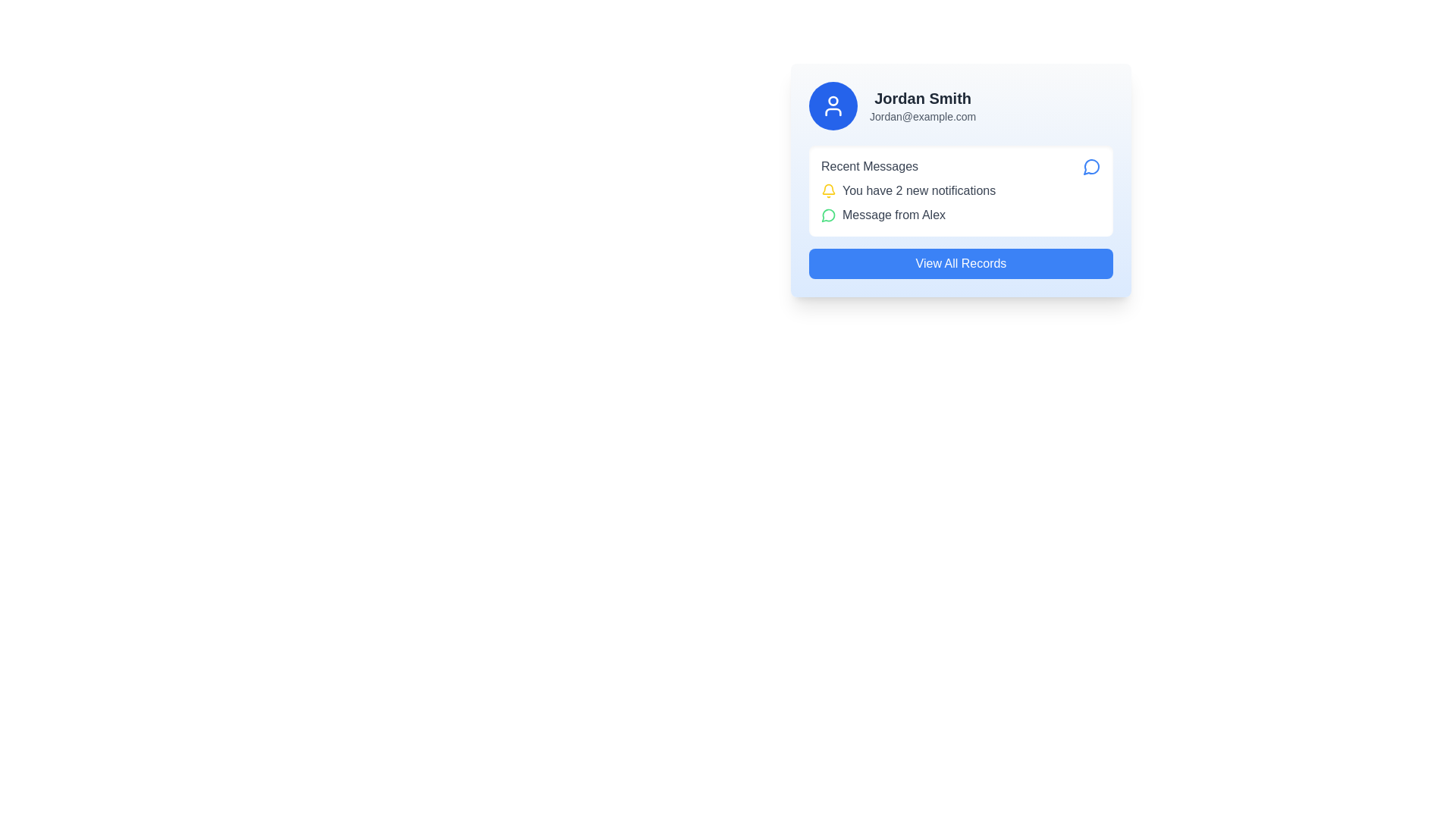 This screenshot has height=819, width=1456. I want to click on the notification label indicating that user 'Alex' has sent a message, so click(960, 215).